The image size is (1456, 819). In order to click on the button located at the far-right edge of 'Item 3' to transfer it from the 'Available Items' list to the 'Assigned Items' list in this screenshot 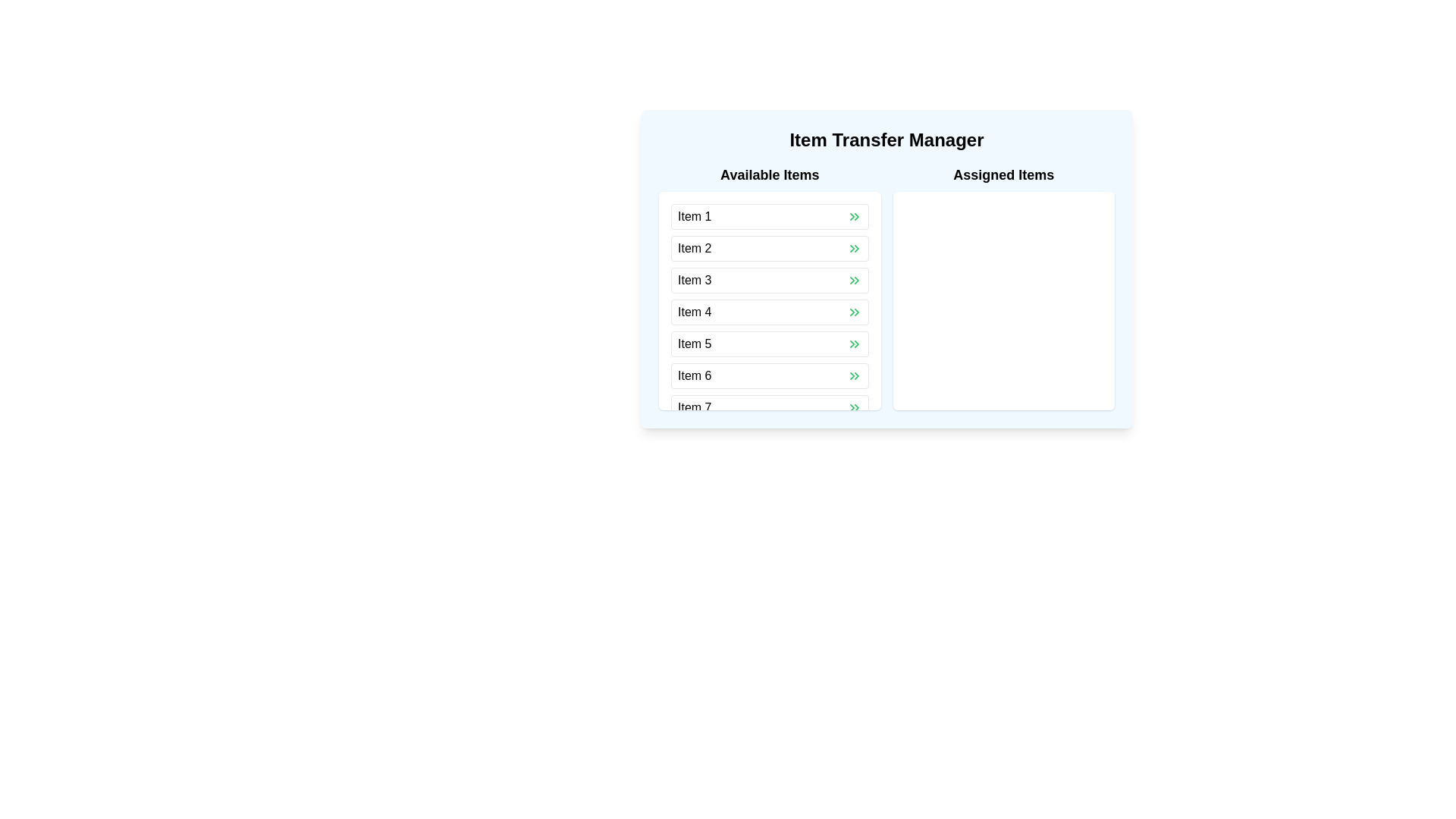, I will do `click(854, 281)`.